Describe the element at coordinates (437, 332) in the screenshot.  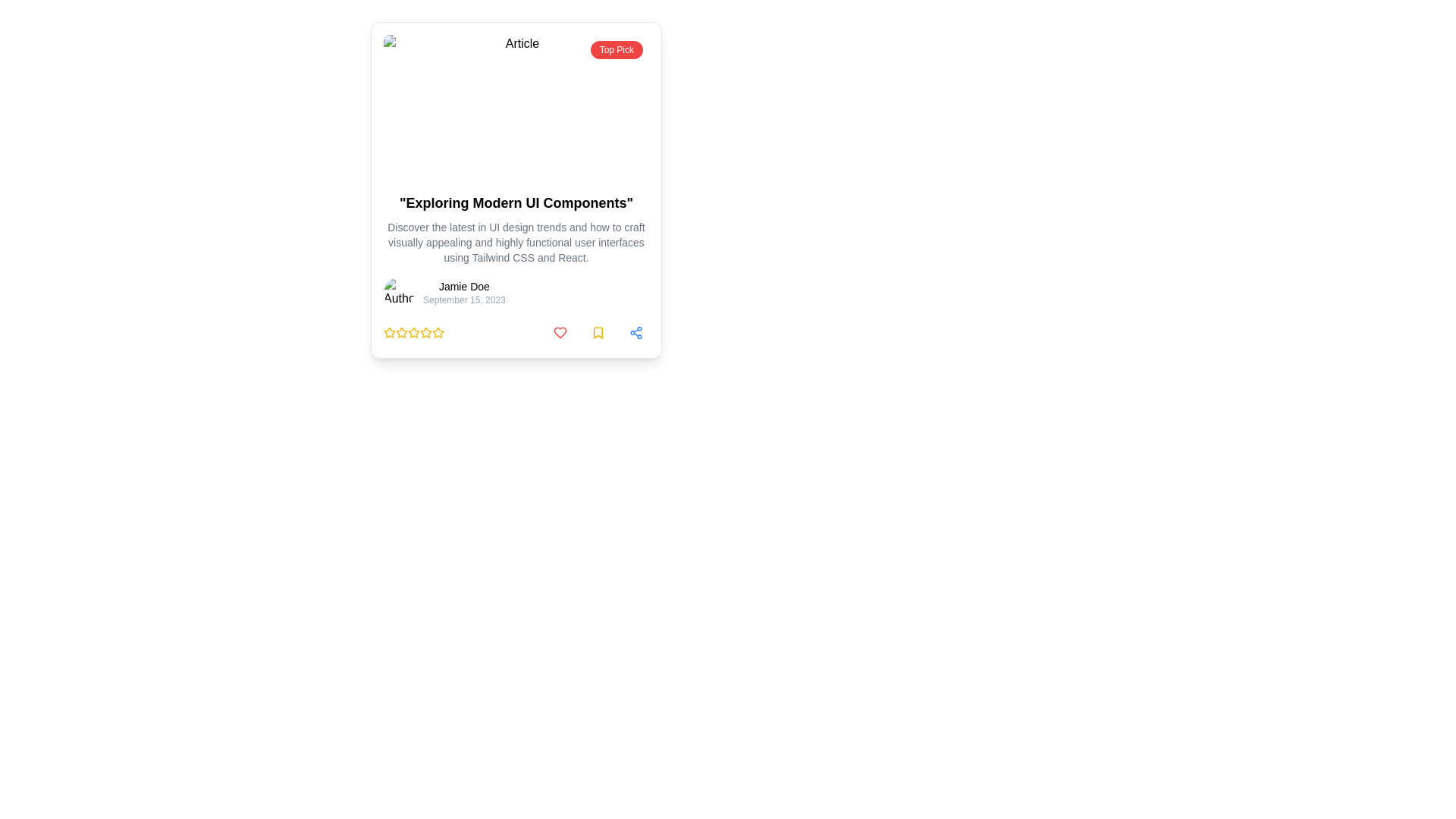
I see `the star-shaped icon with a hollow yellow outline, which is the last star in a horizontal sequence of 5 star icons, located in the bottom-left section of a card layout` at that location.